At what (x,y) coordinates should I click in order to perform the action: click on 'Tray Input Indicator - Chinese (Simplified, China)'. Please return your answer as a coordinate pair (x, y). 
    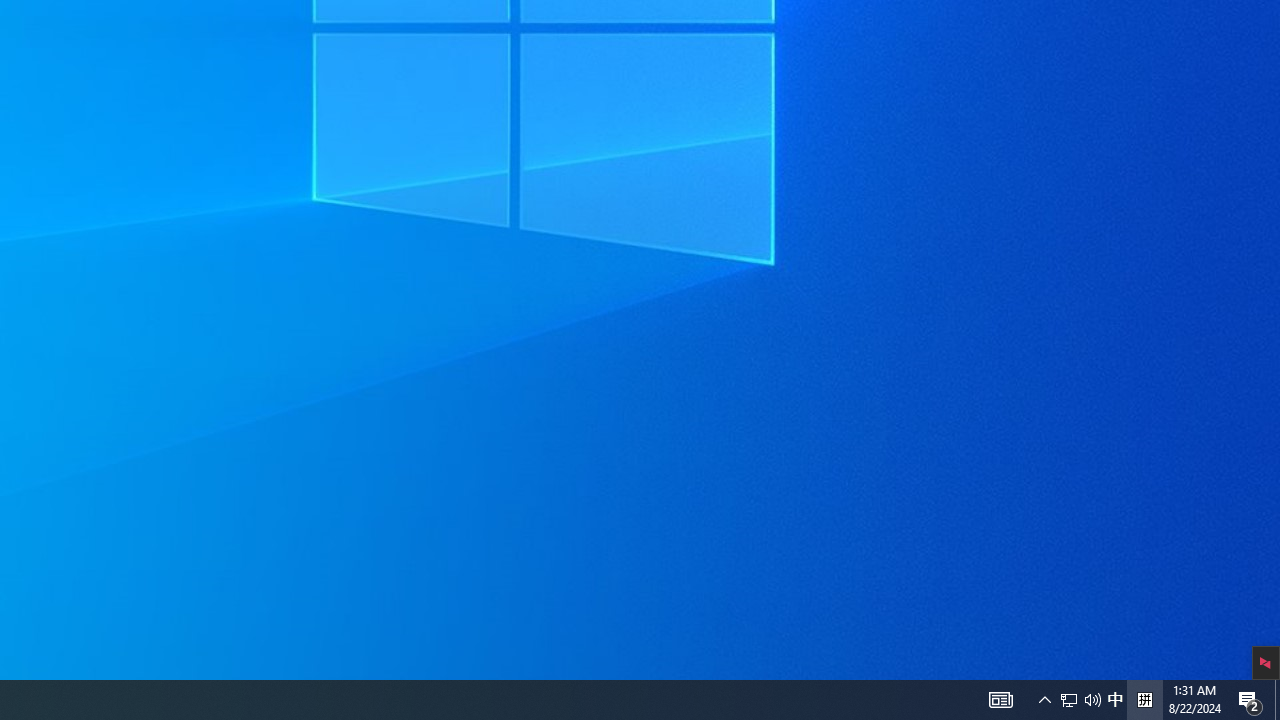
    Looking at the image, I should click on (1144, 698).